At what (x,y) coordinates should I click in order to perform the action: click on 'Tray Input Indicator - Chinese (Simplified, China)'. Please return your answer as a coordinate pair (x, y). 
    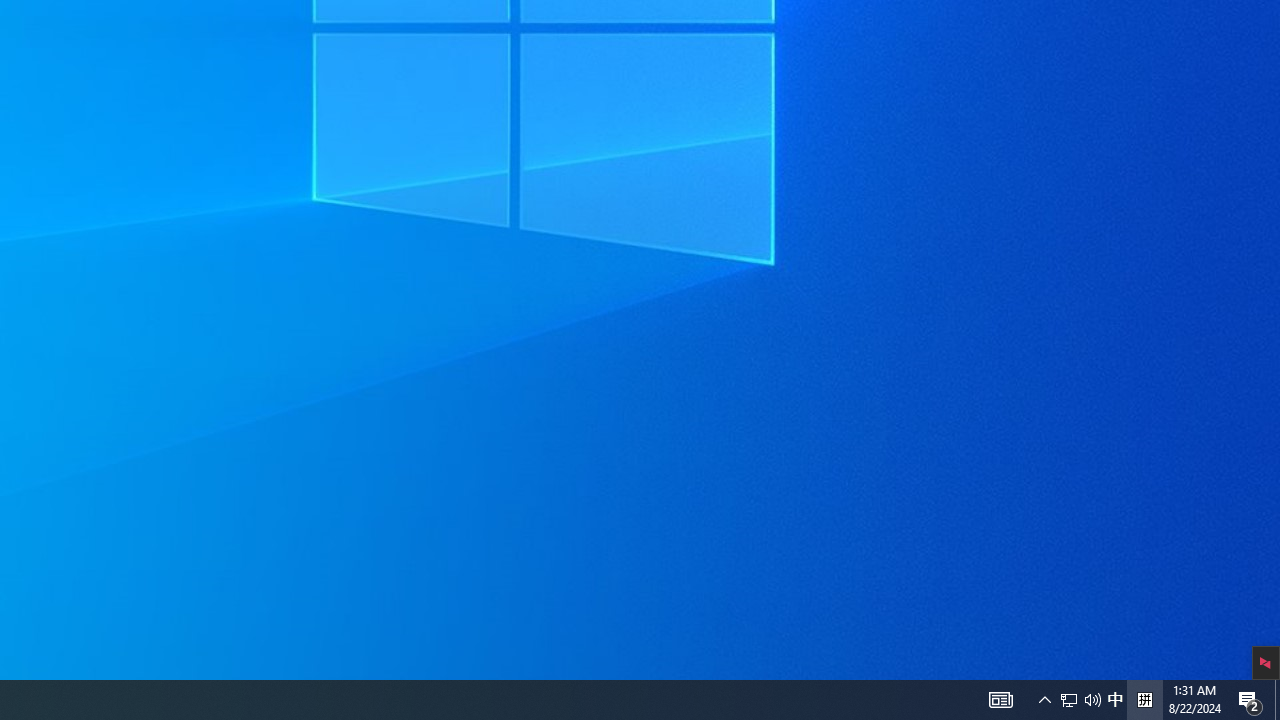
    Looking at the image, I should click on (1144, 698).